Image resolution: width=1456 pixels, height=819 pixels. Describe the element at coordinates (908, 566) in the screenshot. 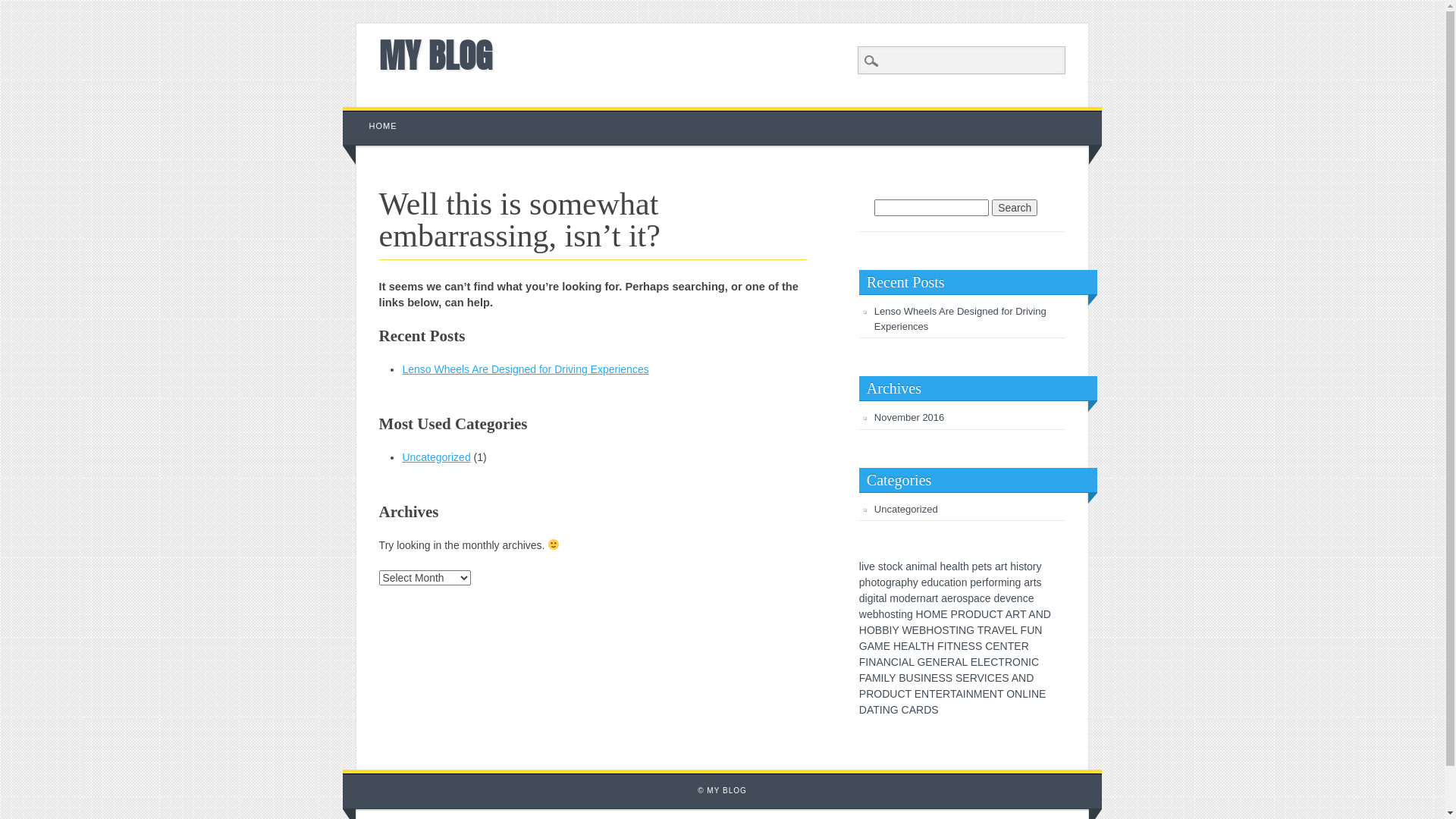

I see `'a'` at that location.